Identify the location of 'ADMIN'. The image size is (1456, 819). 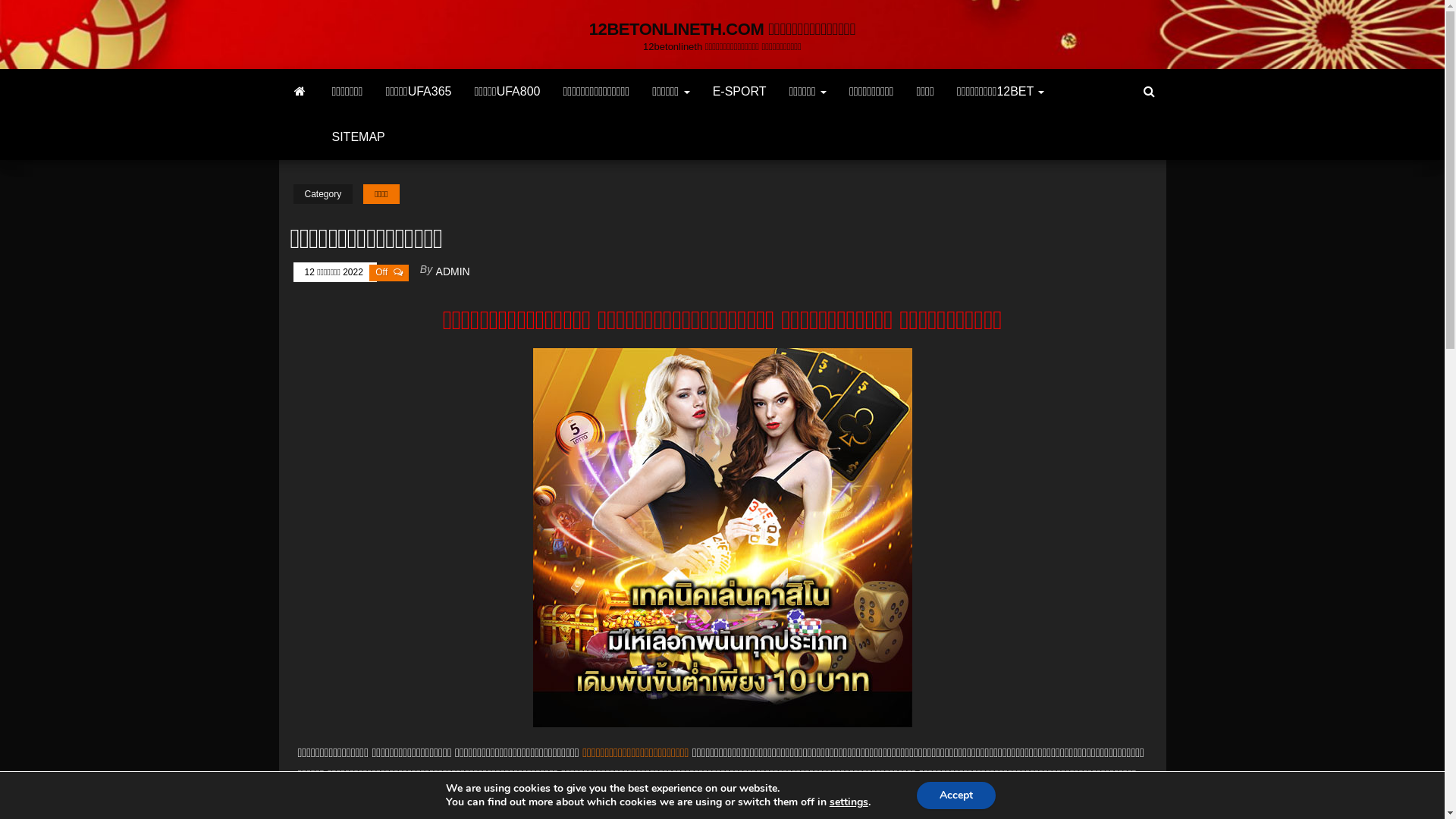
(452, 271).